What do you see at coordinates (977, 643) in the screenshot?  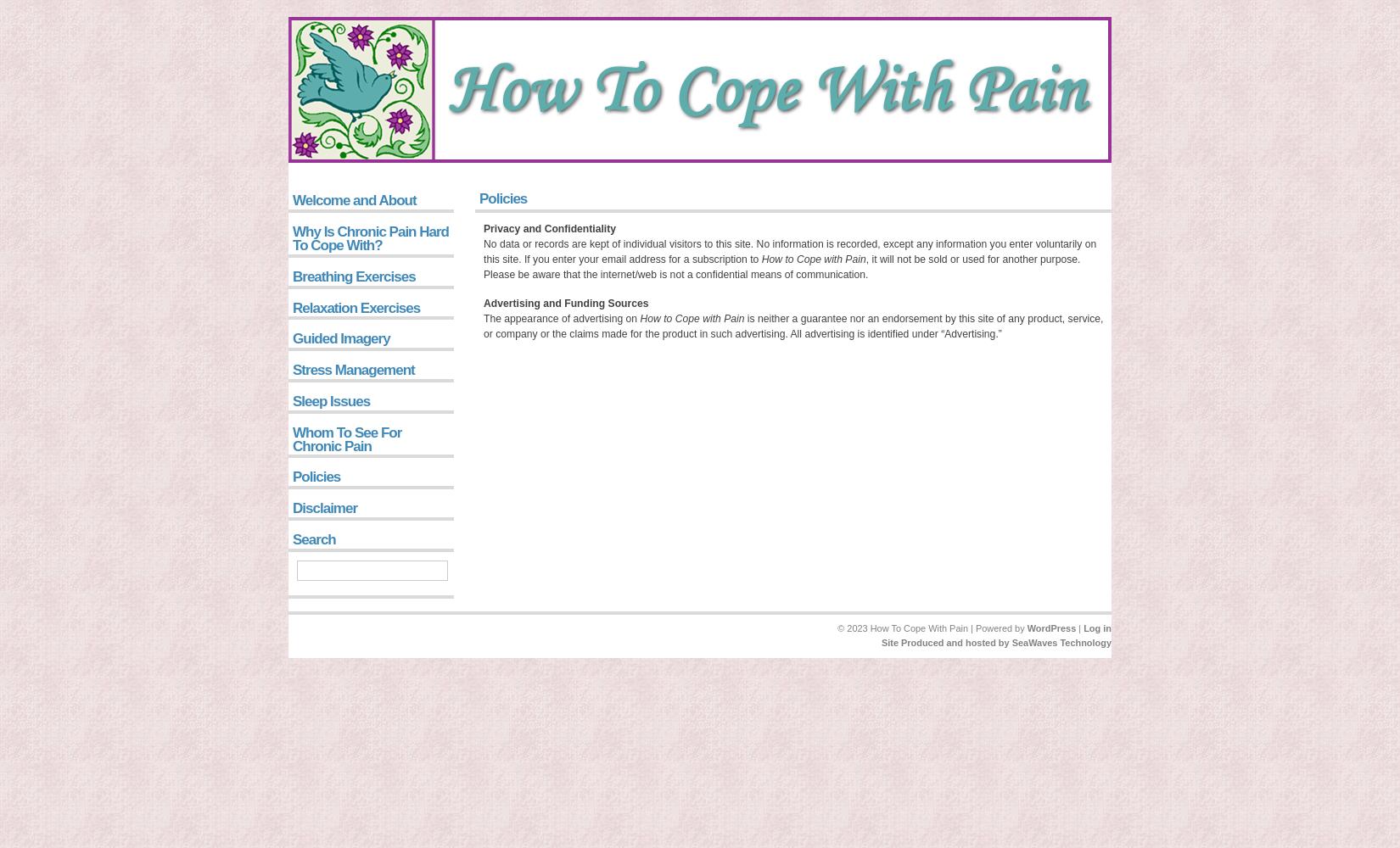 I see `'and hosted by'` at bounding box center [977, 643].